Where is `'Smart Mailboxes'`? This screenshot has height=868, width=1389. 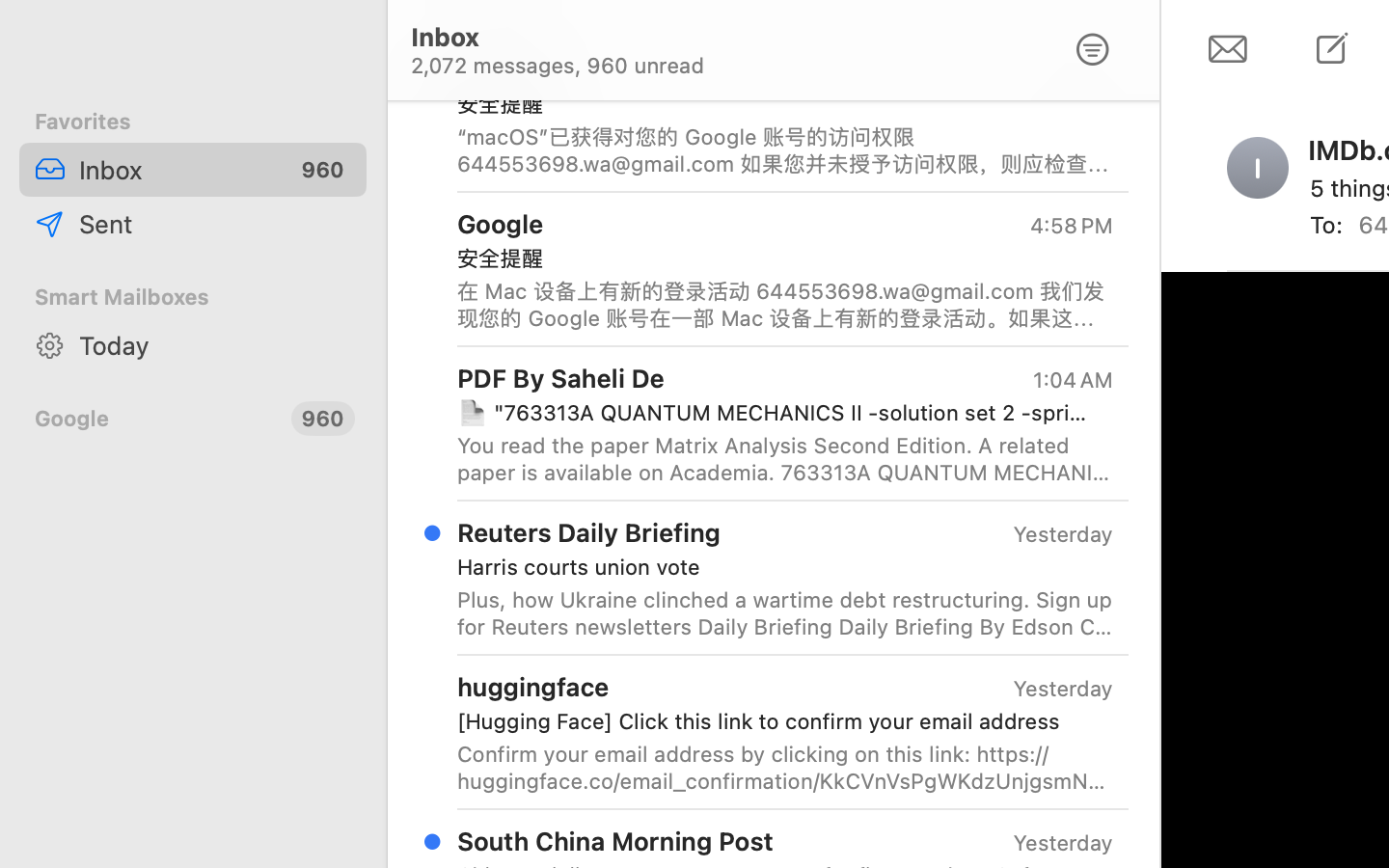 'Smart Mailboxes' is located at coordinates (193, 295).